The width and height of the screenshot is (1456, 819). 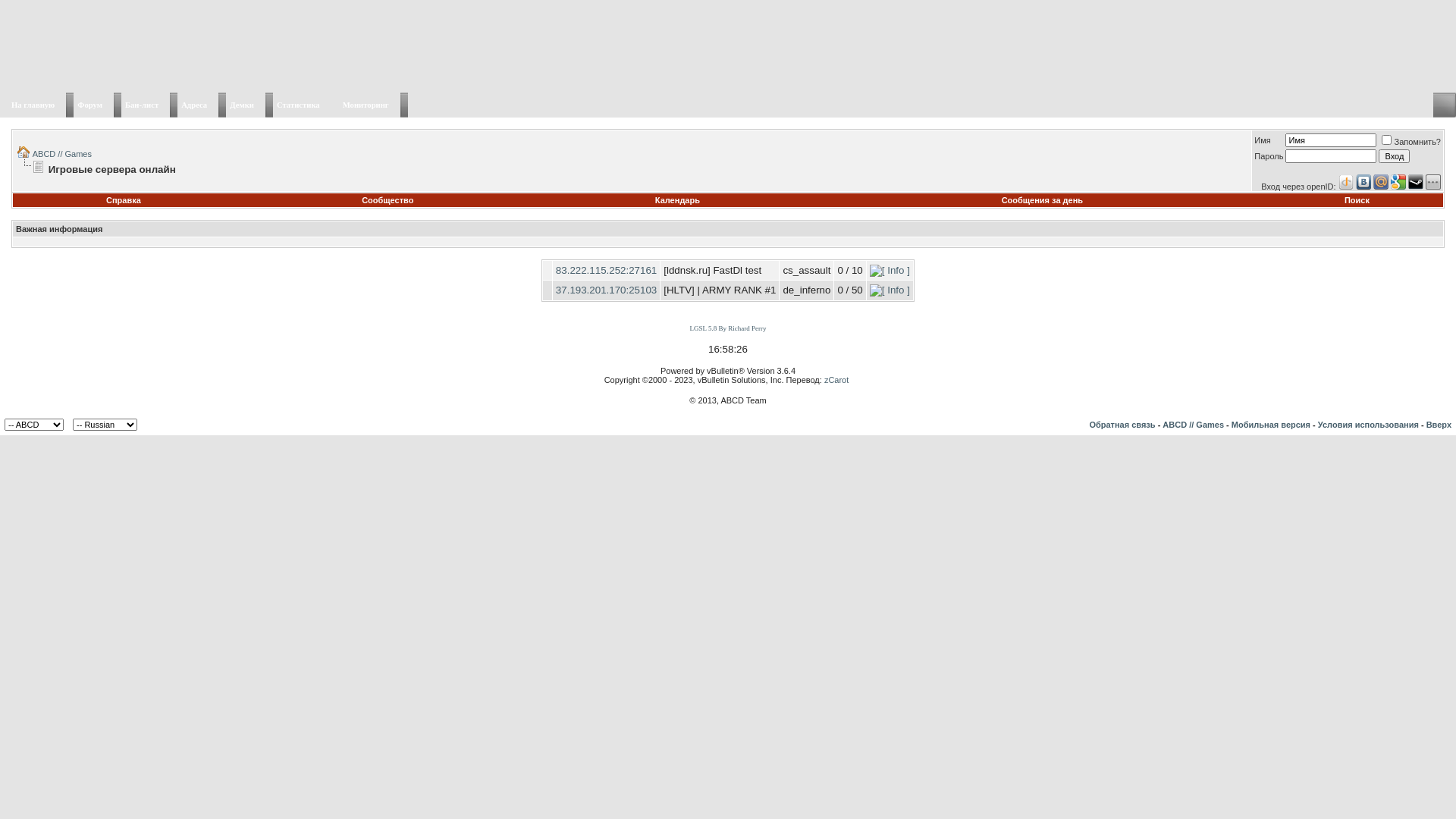 What do you see at coordinates (605, 290) in the screenshot?
I see `'37.193.201.170:25103'` at bounding box center [605, 290].